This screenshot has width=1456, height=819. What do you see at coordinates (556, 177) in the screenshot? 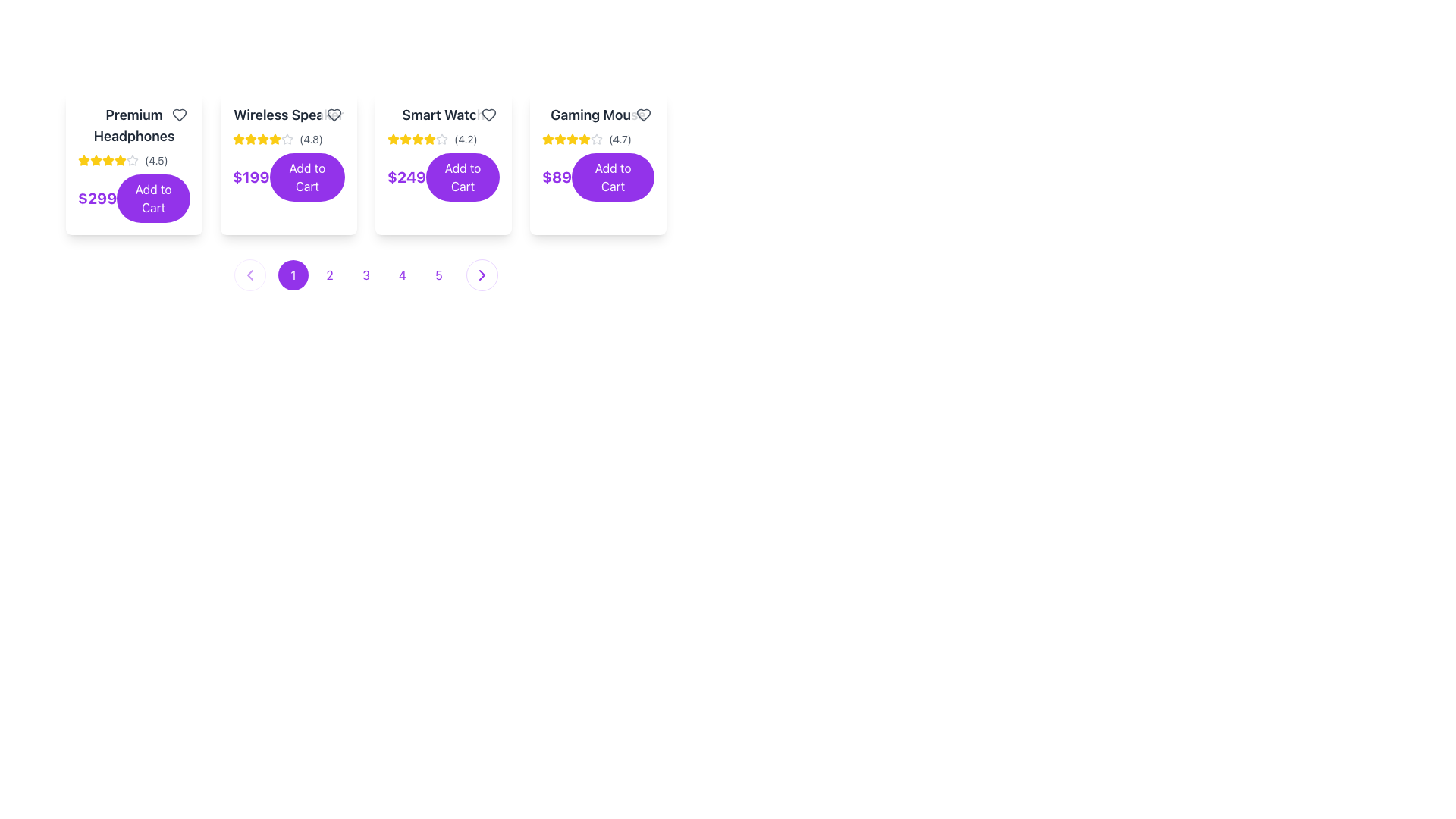
I see `the price label located in the bottom-left corner of the fourth product card, adjacent to the 'Add to Cart' button` at bounding box center [556, 177].